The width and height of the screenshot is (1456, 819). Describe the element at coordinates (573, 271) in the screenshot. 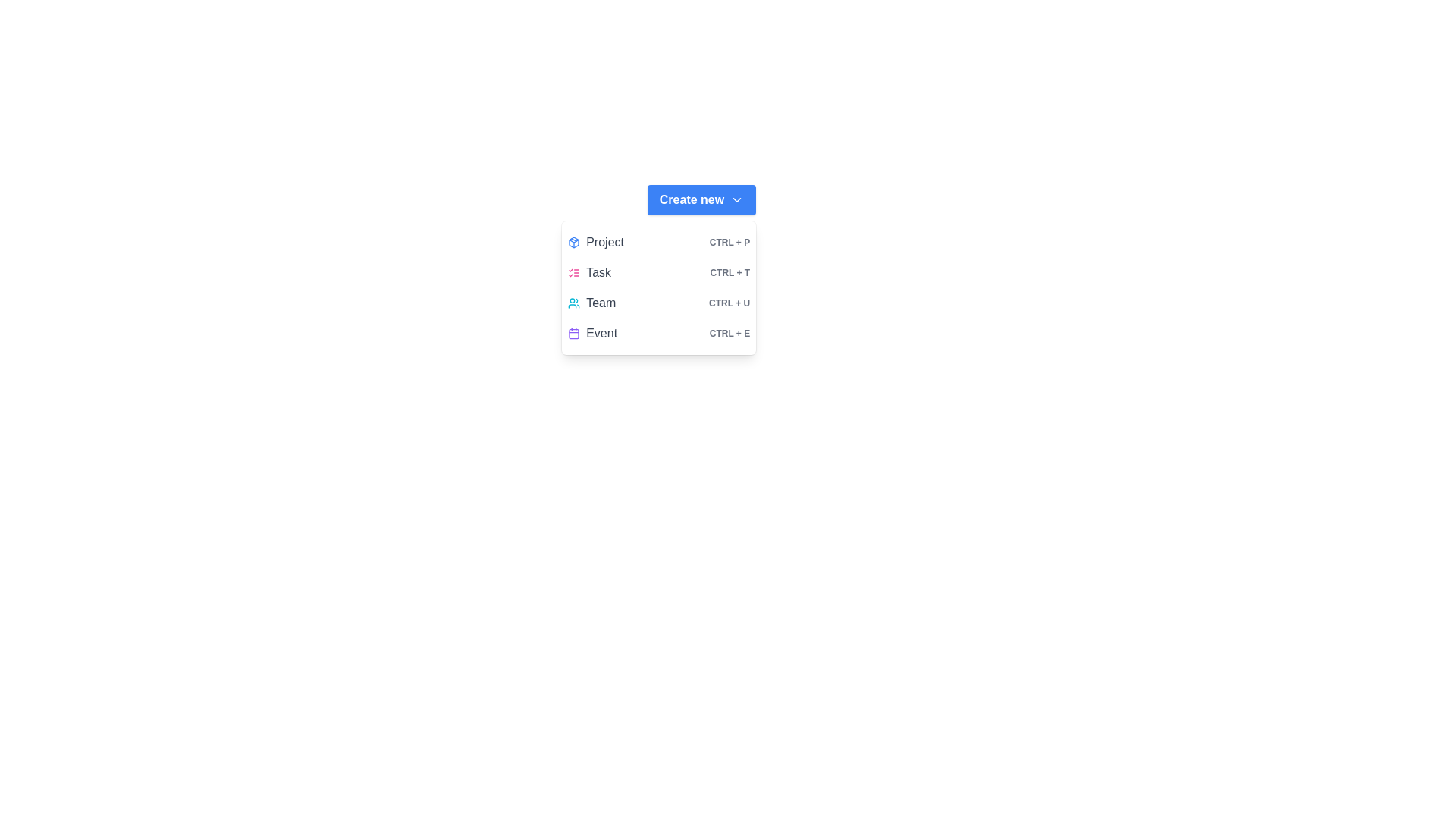

I see `the pink checklist icon located to the left of the 'Task' label in the menu` at that location.